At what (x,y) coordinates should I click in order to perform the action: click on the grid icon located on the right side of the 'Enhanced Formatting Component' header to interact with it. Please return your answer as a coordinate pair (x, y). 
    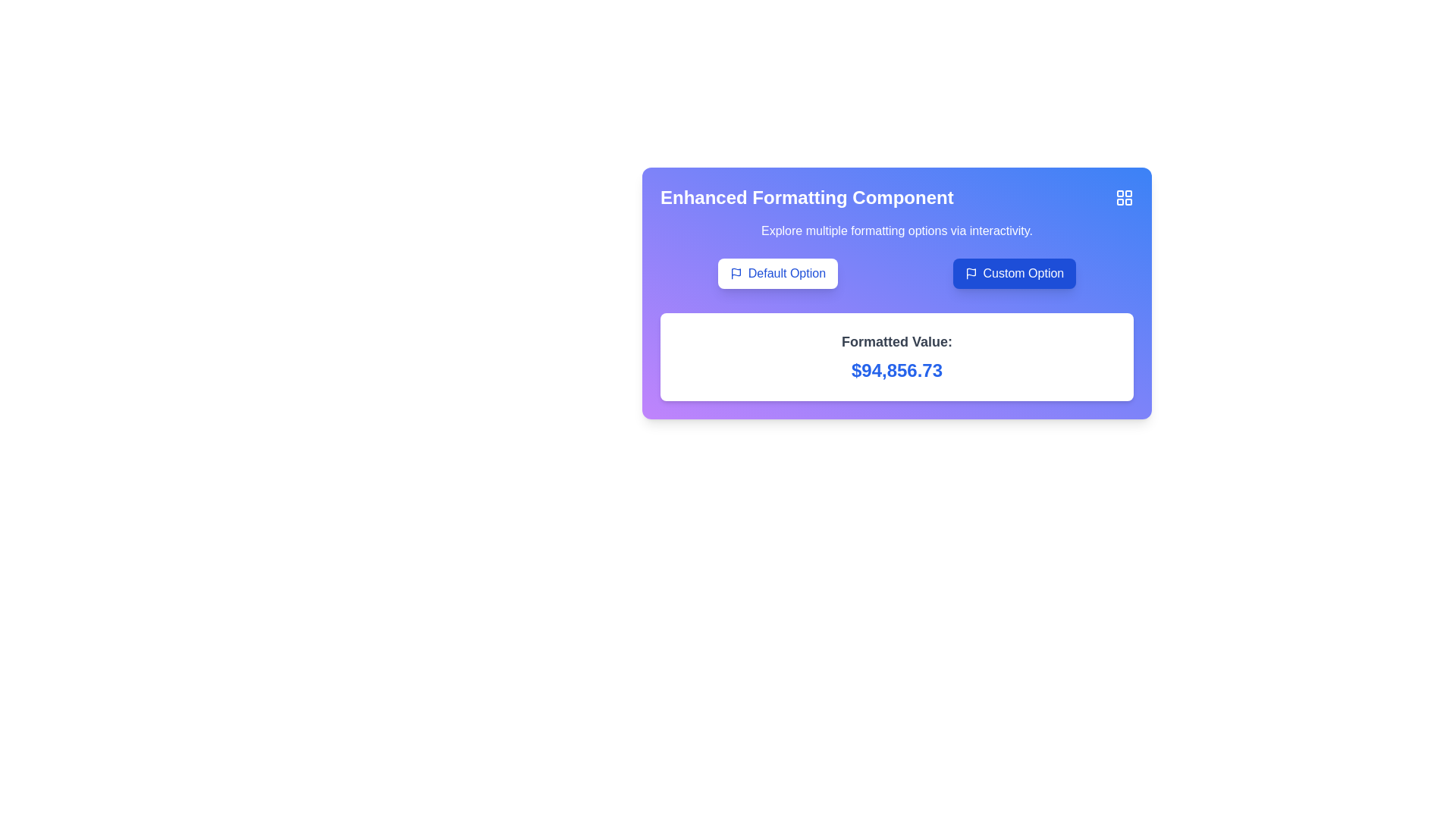
    Looking at the image, I should click on (896, 197).